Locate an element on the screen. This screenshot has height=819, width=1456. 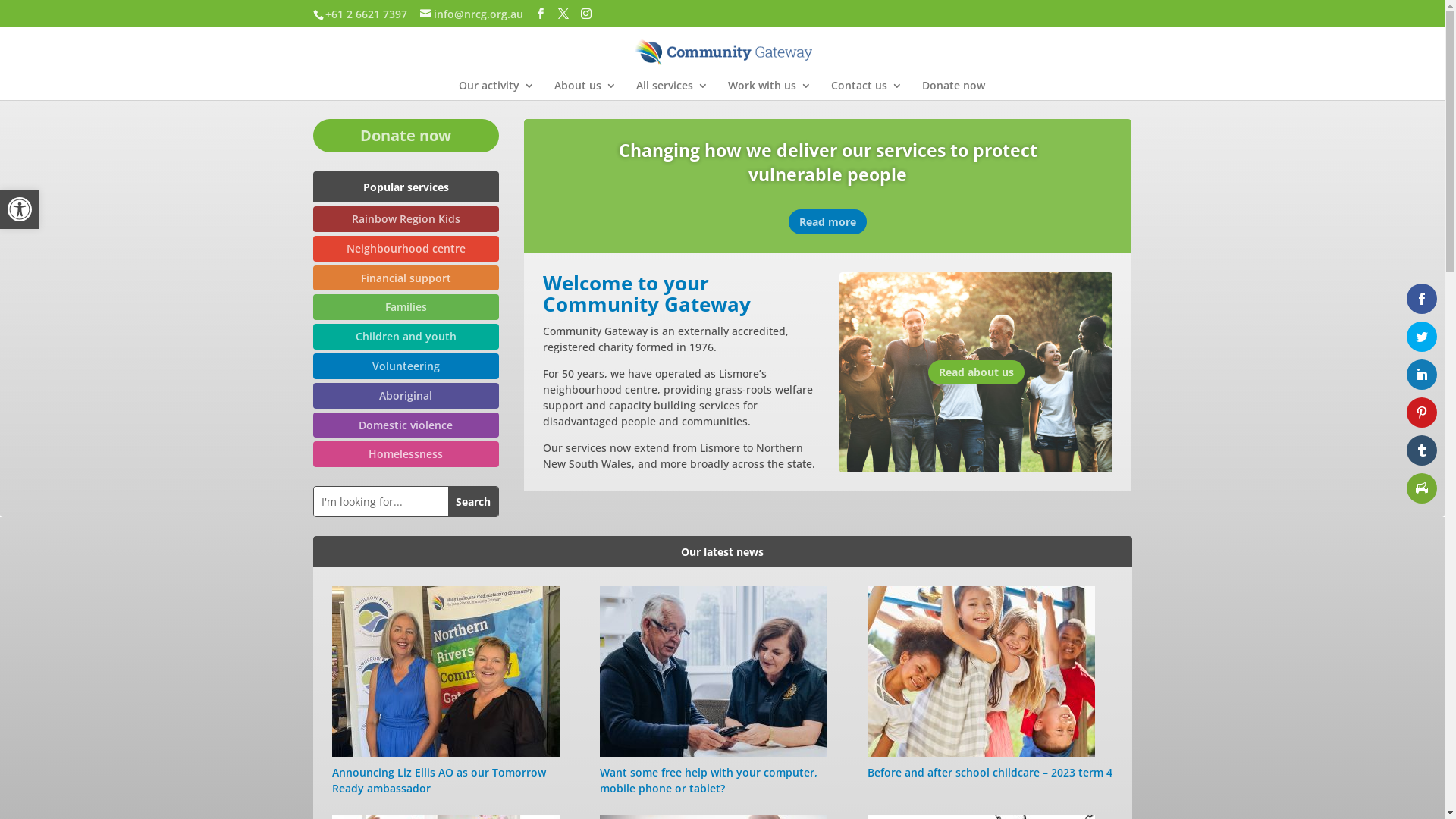
'Read about us' is located at coordinates (976, 372).